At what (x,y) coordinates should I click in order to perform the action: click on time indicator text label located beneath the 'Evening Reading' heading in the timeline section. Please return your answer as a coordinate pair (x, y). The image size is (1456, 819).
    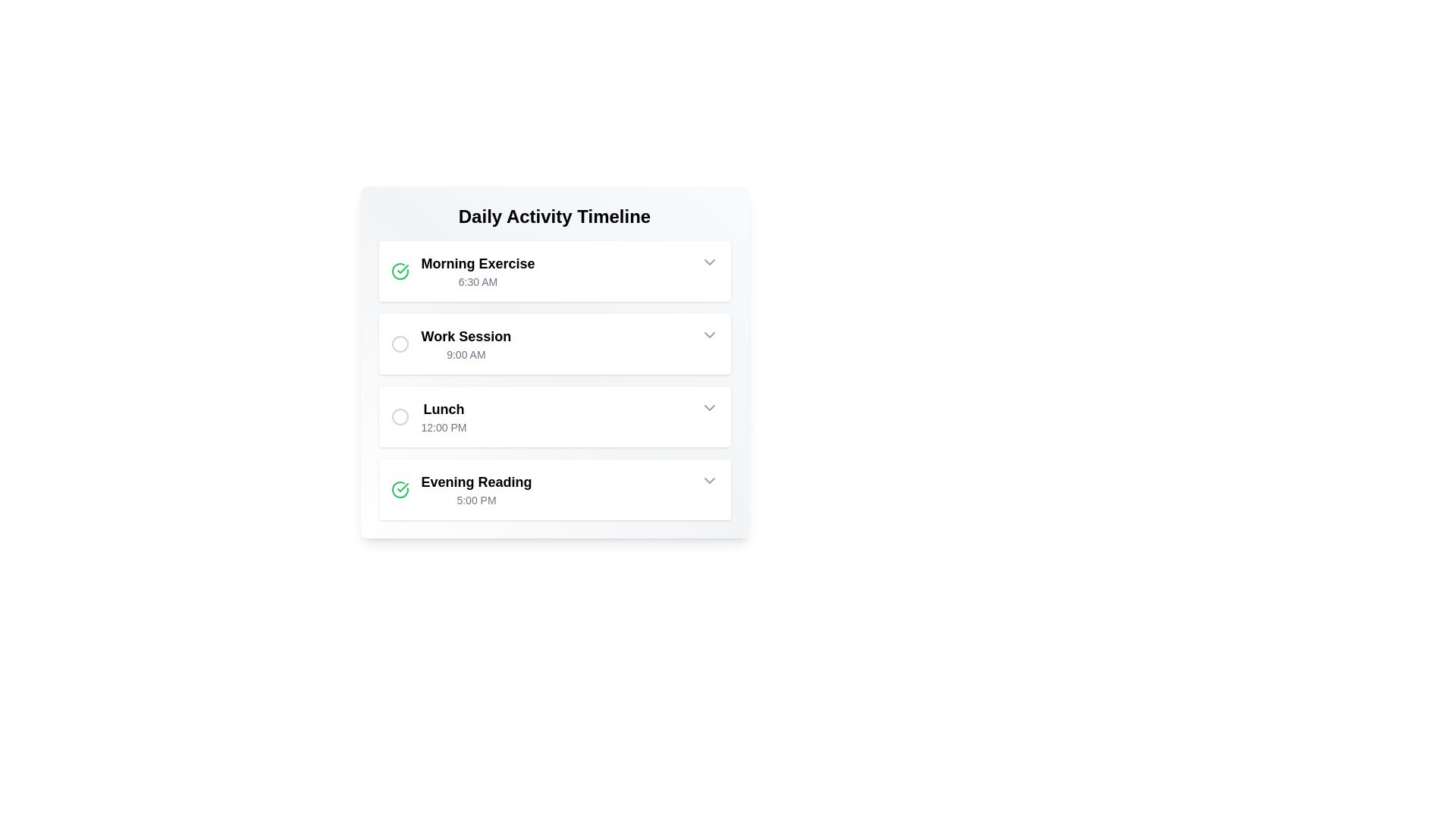
    Looking at the image, I should click on (475, 500).